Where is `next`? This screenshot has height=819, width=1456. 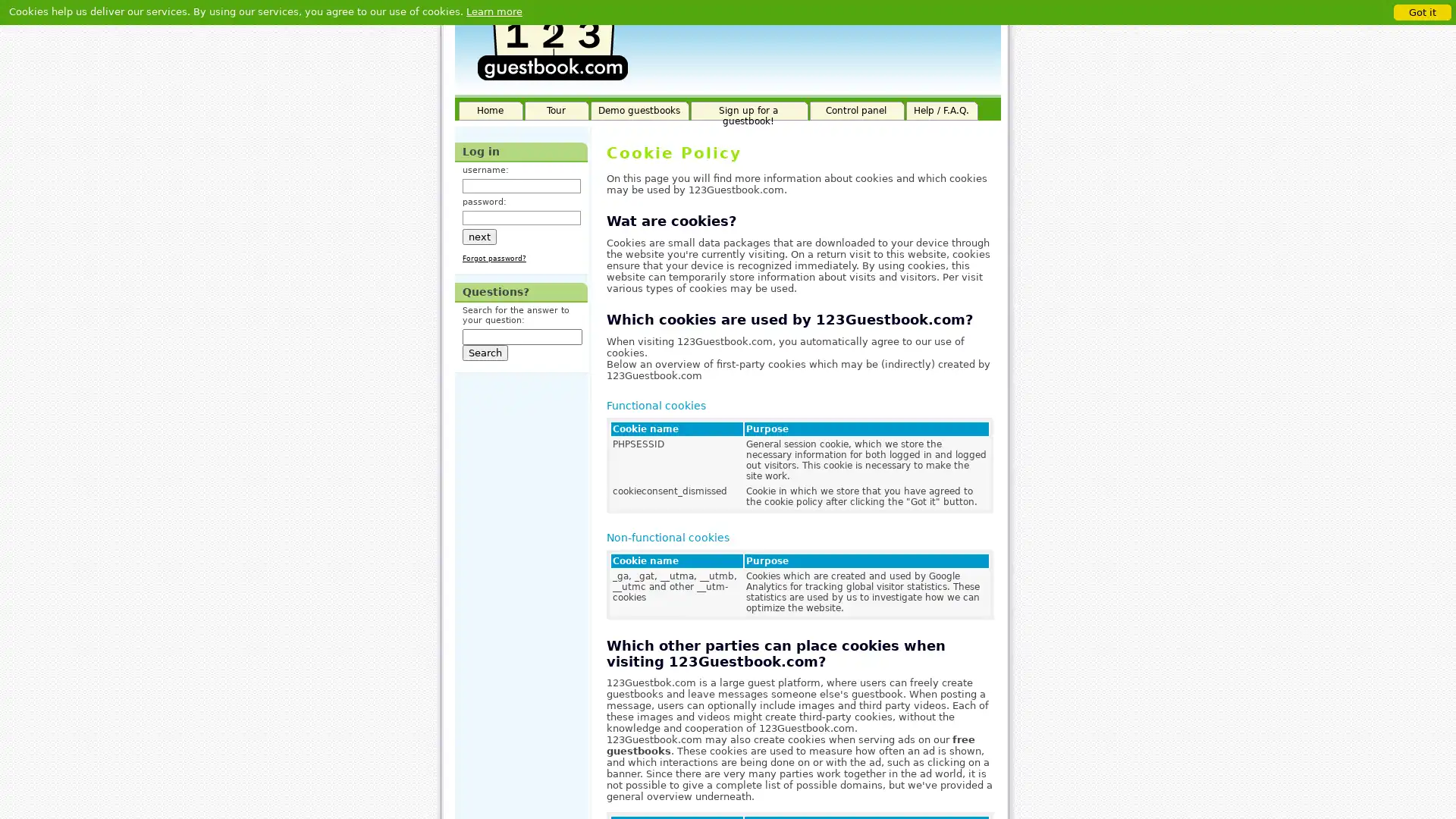 next is located at coordinates (479, 236).